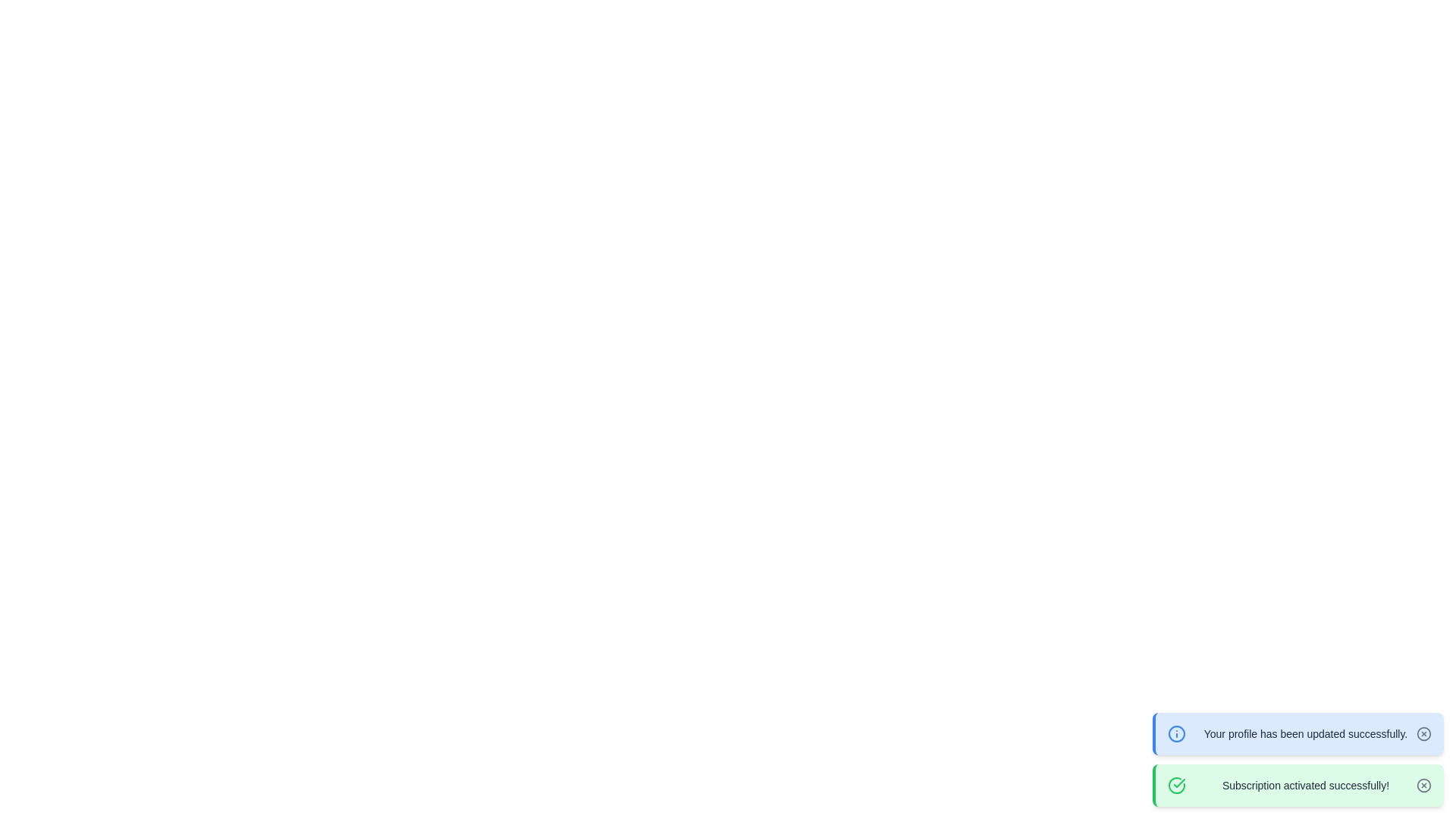  Describe the element at coordinates (1423, 785) in the screenshot. I see `the close button icon located at the right end of the green notification box that displays 'Subscription activated successfully!' to change its appearance` at that location.